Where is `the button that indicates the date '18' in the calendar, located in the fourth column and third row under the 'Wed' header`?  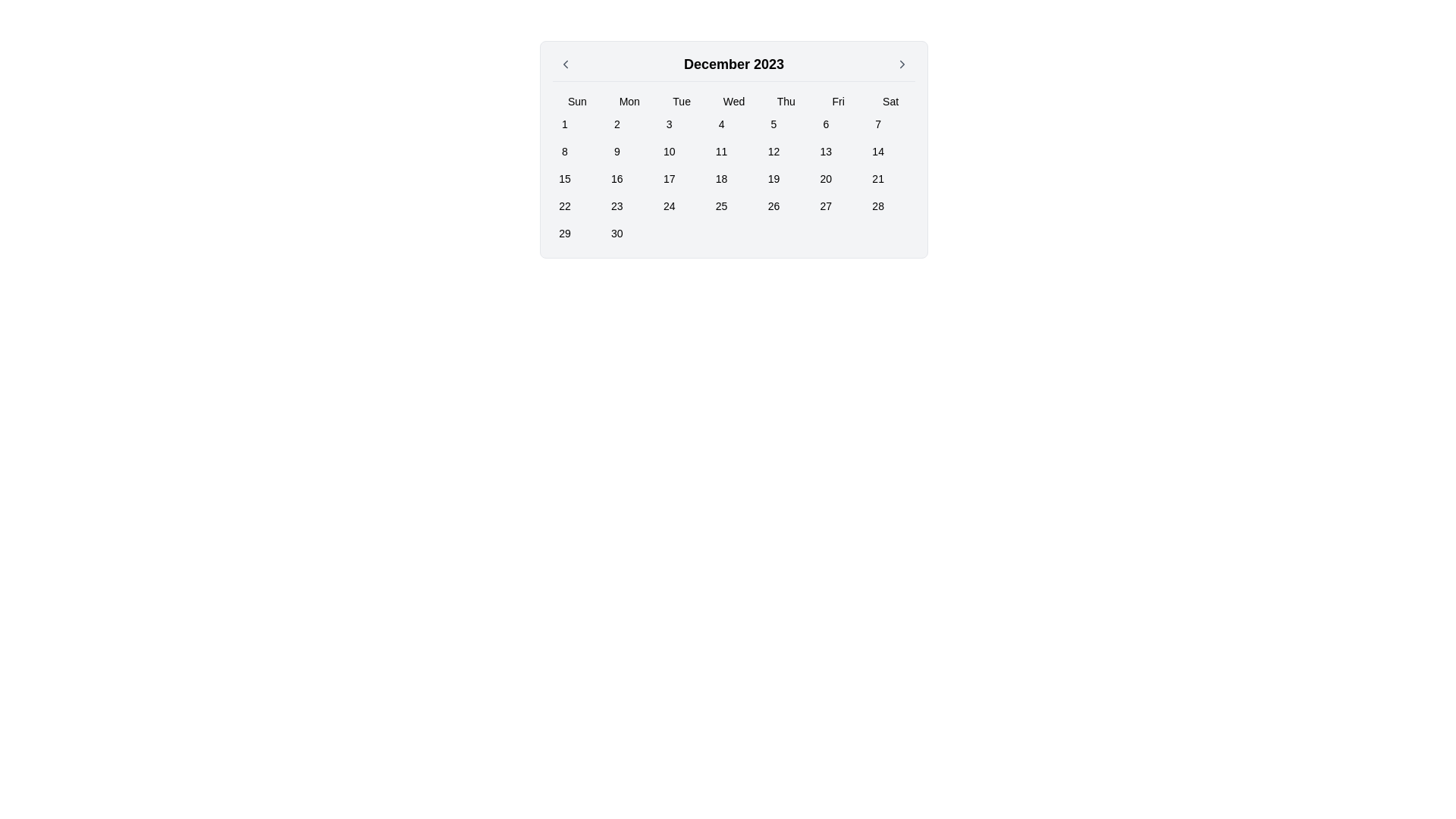
the button that indicates the date '18' in the calendar, located in the fourth column and third row under the 'Wed' header is located at coordinates (720, 177).